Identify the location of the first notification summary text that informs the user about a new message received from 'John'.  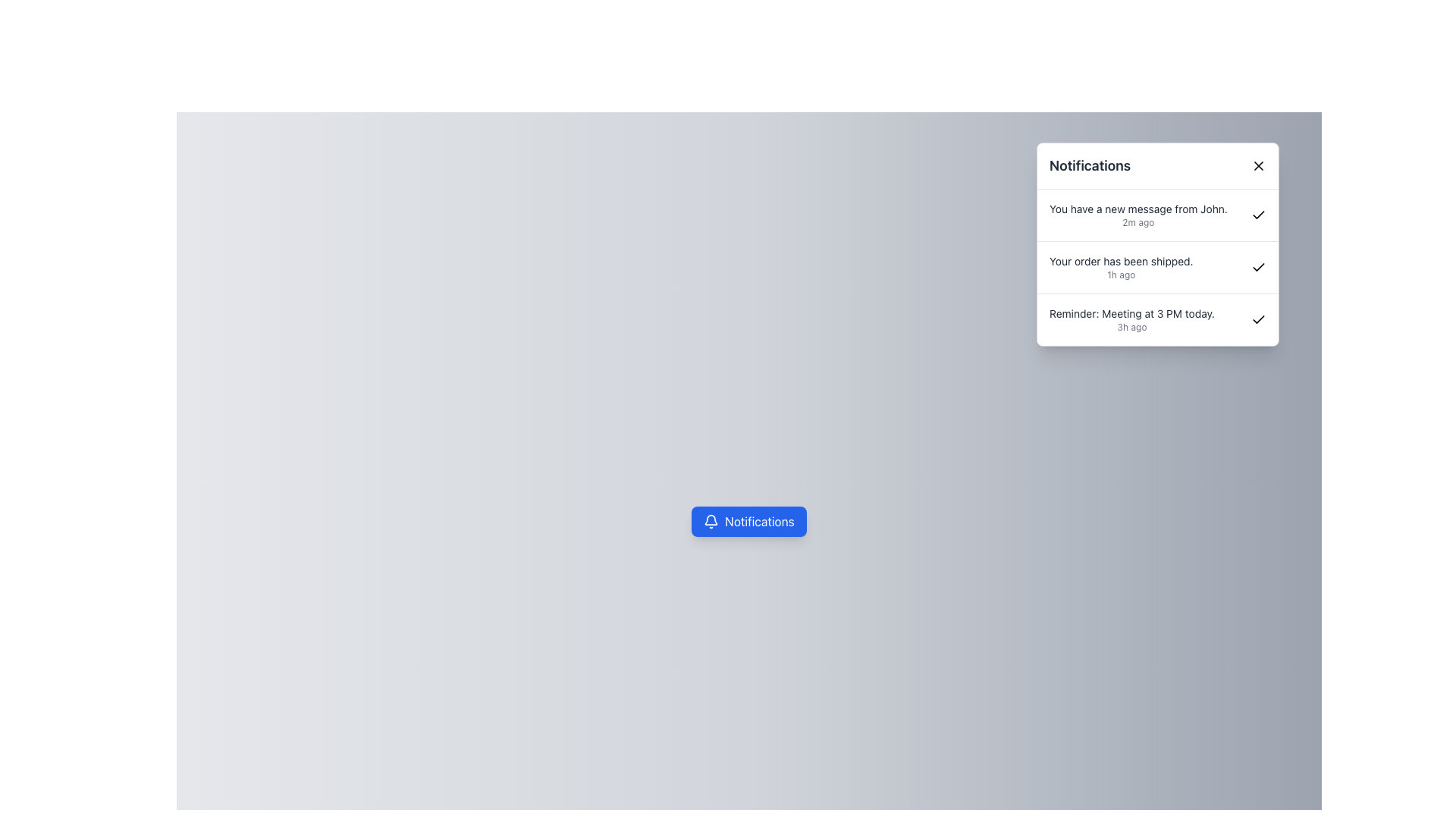
(1138, 209).